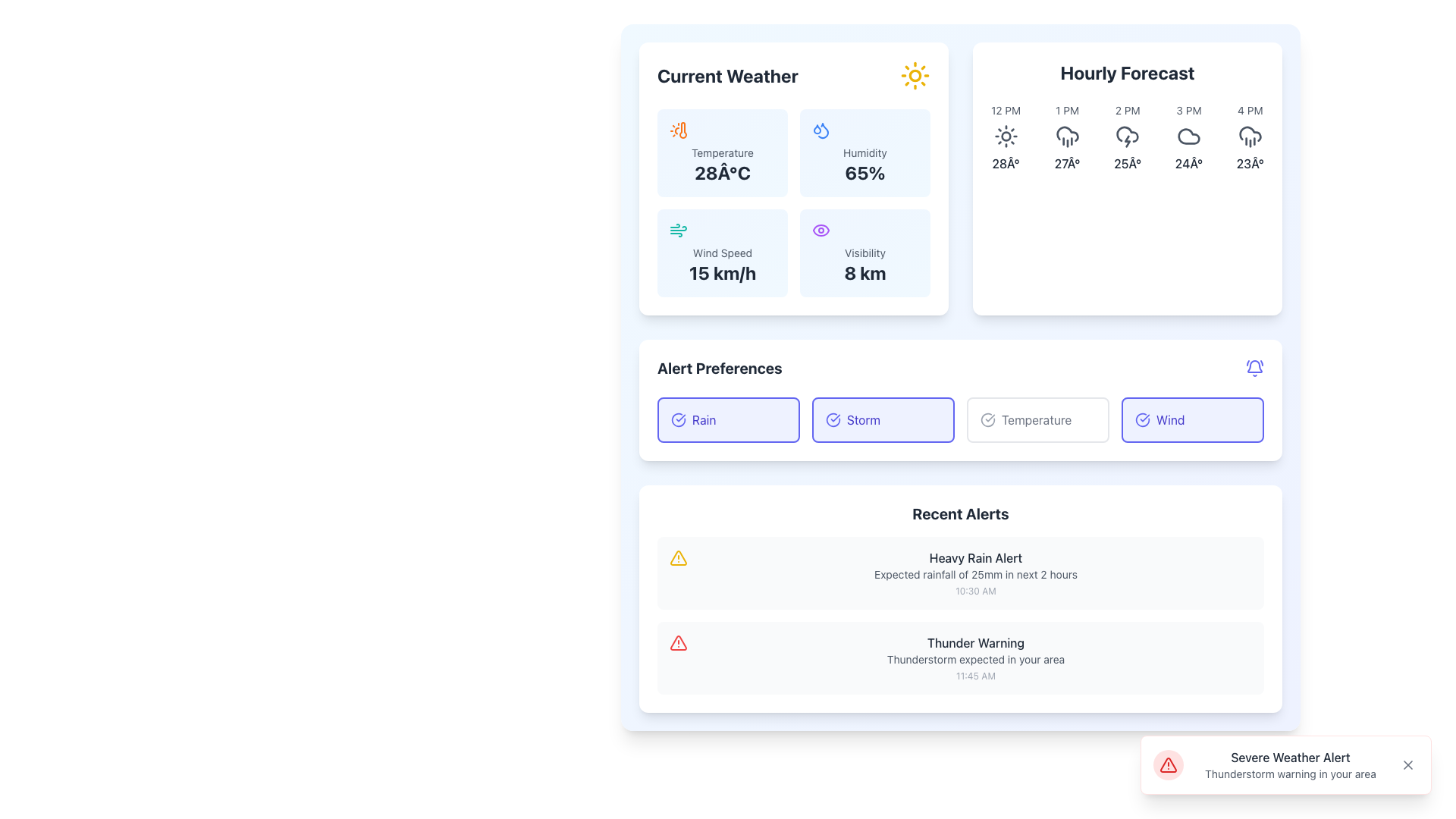  What do you see at coordinates (1169, 420) in the screenshot?
I see `label displaying the word 'Wind' located inside a button in the 'Alert Preferences' section, positioned to the right of the 'Temperature' button` at bounding box center [1169, 420].